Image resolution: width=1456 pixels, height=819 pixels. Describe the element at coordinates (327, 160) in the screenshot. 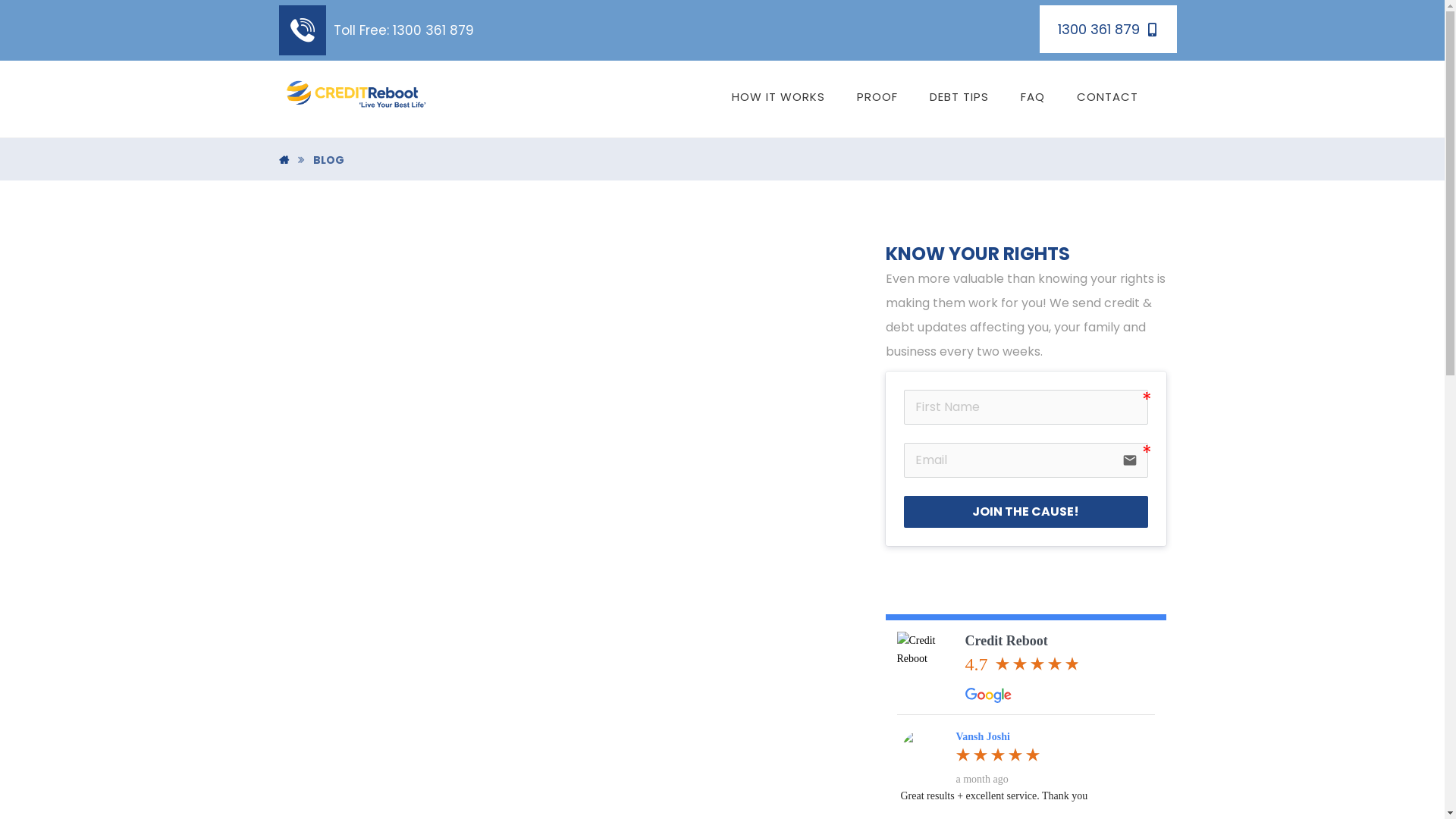

I see `'BLOG'` at that location.